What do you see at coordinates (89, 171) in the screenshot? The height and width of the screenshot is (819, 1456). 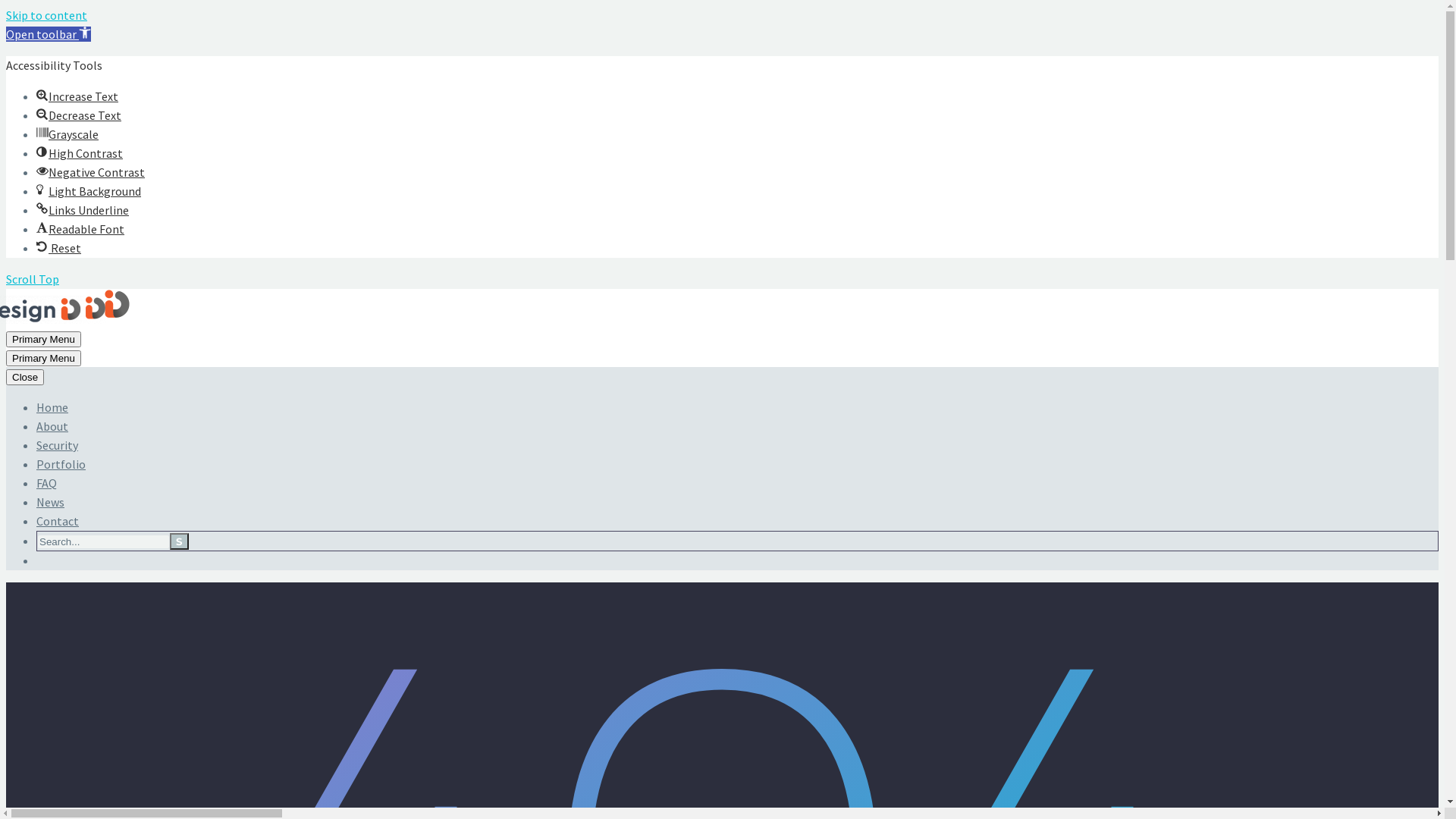 I see `'Negative ContrastNegative Contrast'` at bounding box center [89, 171].